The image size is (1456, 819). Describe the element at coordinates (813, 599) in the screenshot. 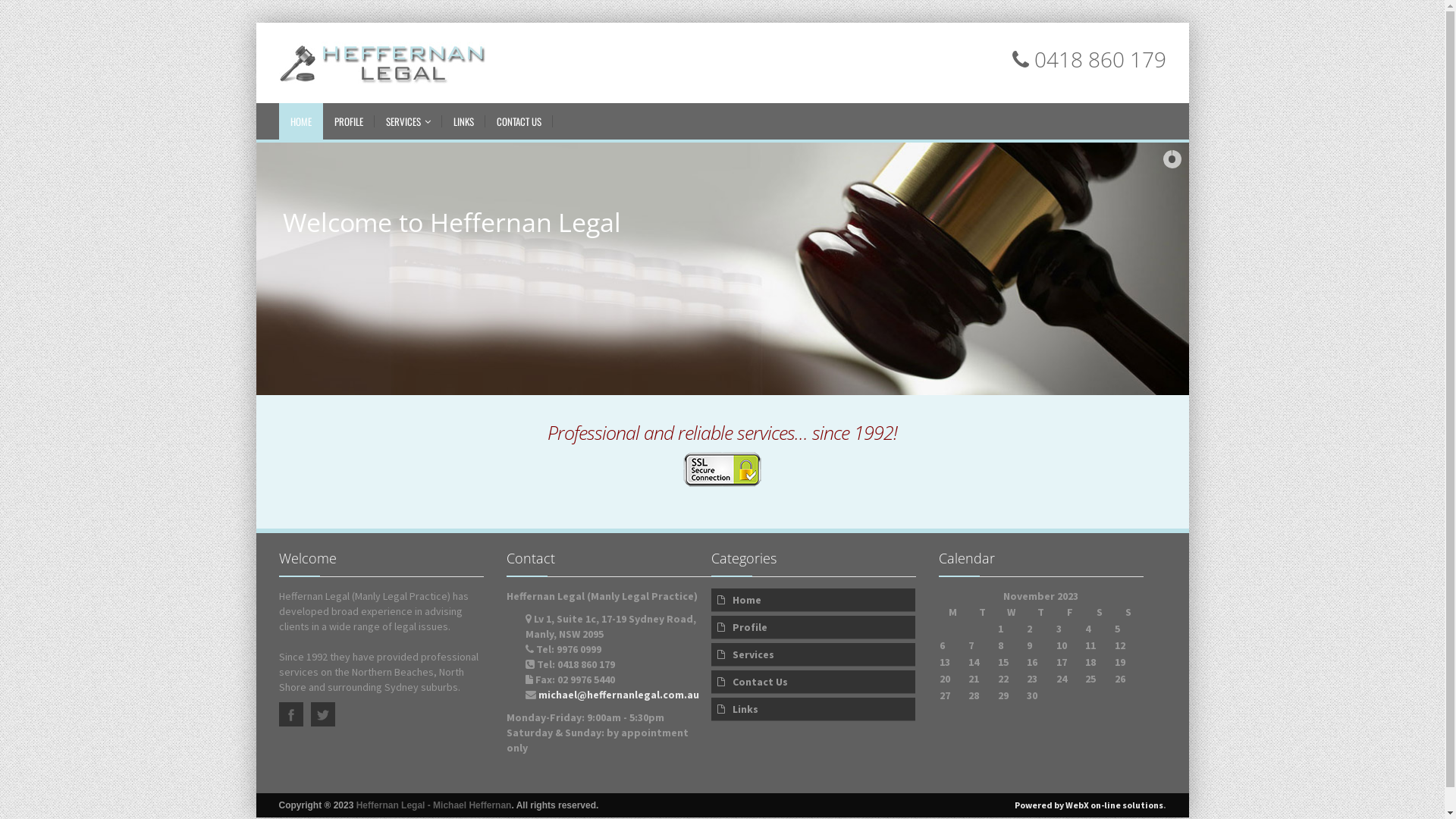

I see `'Home'` at that location.